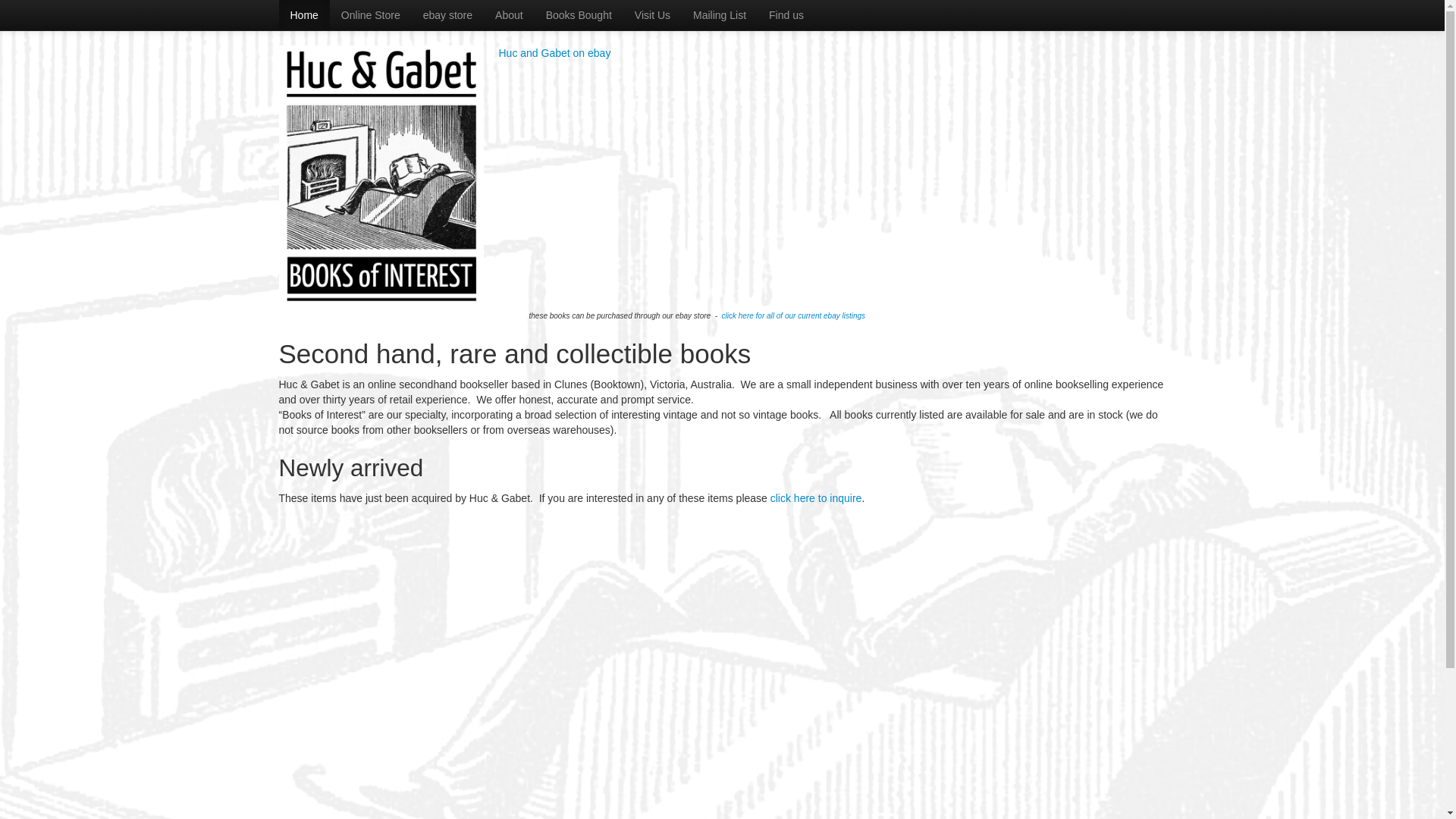  What do you see at coordinates (535, 14) in the screenshot?
I see `'Books Bought'` at bounding box center [535, 14].